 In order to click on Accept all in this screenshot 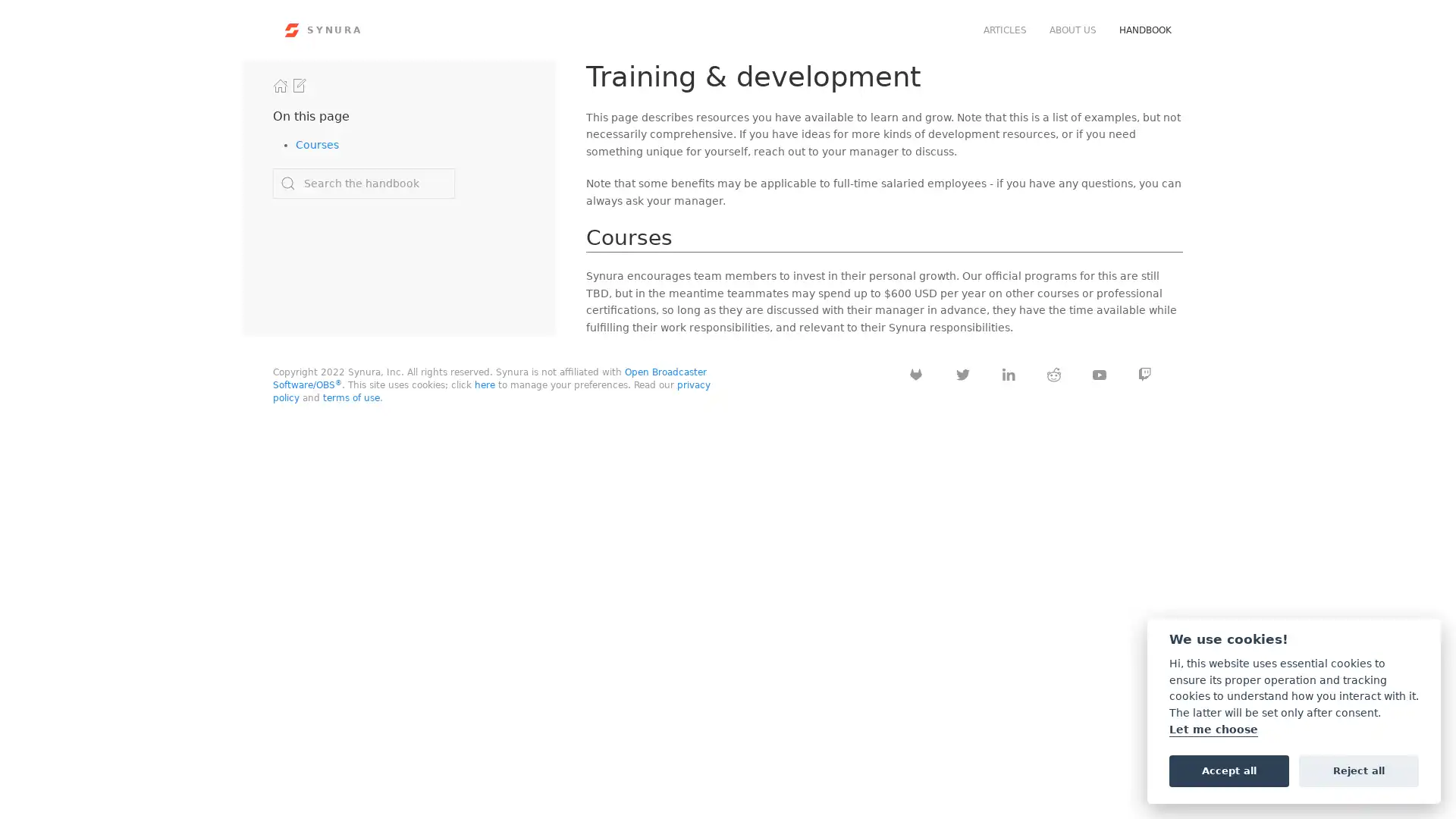, I will do `click(1228, 770)`.